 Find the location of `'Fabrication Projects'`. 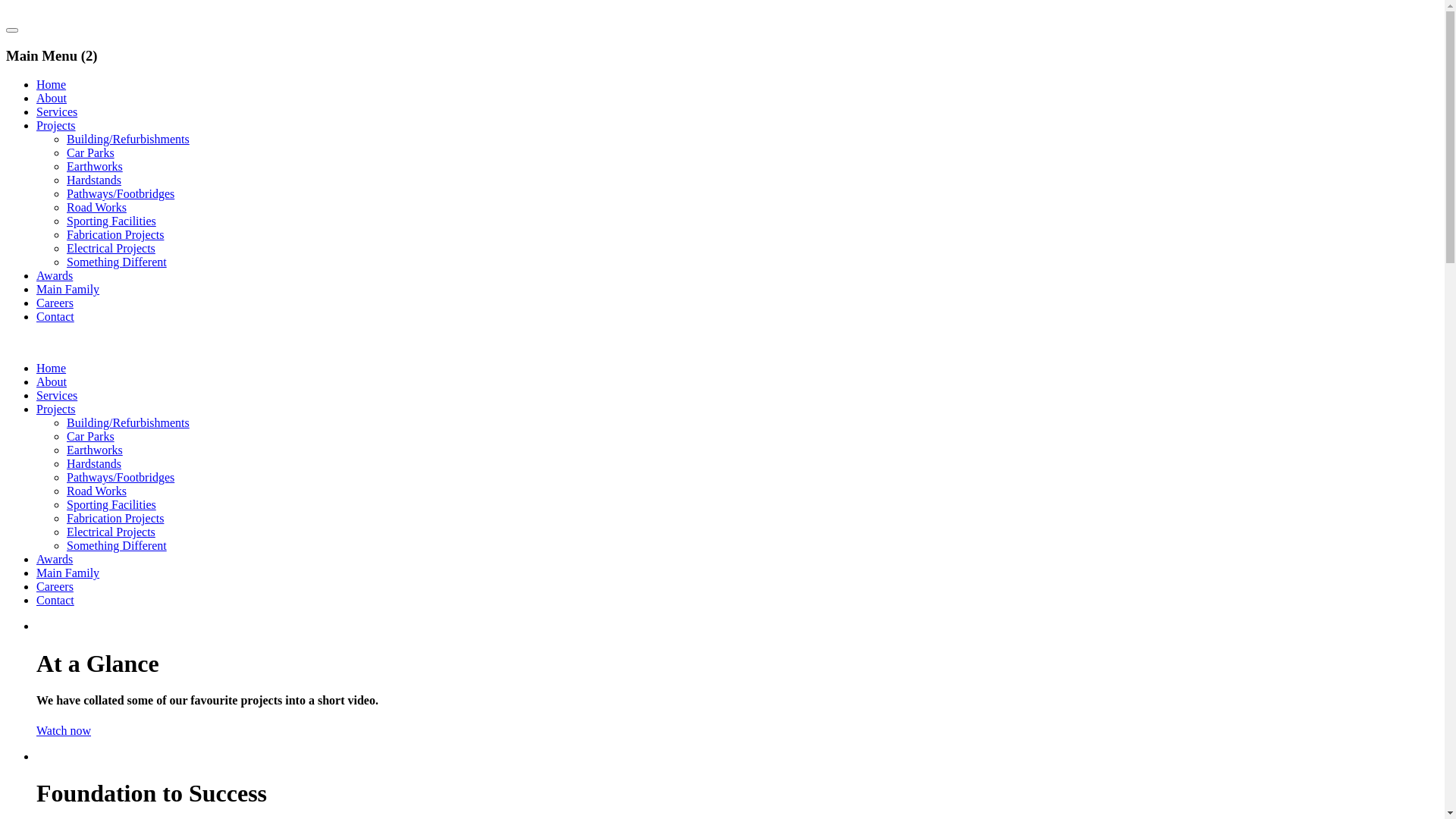

'Fabrication Projects' is located at coordinates (65, 234).